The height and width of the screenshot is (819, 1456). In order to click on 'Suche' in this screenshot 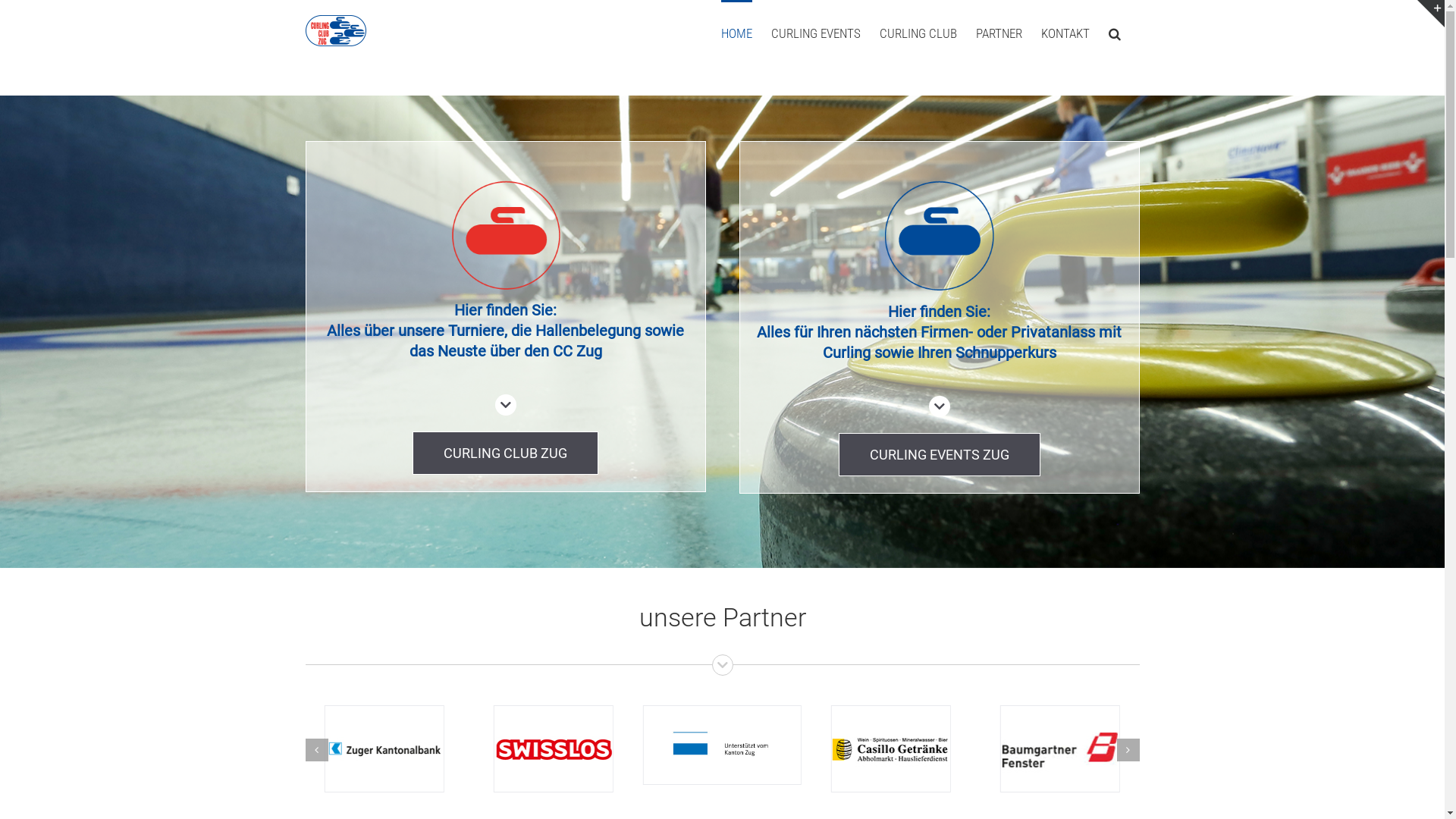, I will do `click(1114, 32)`.